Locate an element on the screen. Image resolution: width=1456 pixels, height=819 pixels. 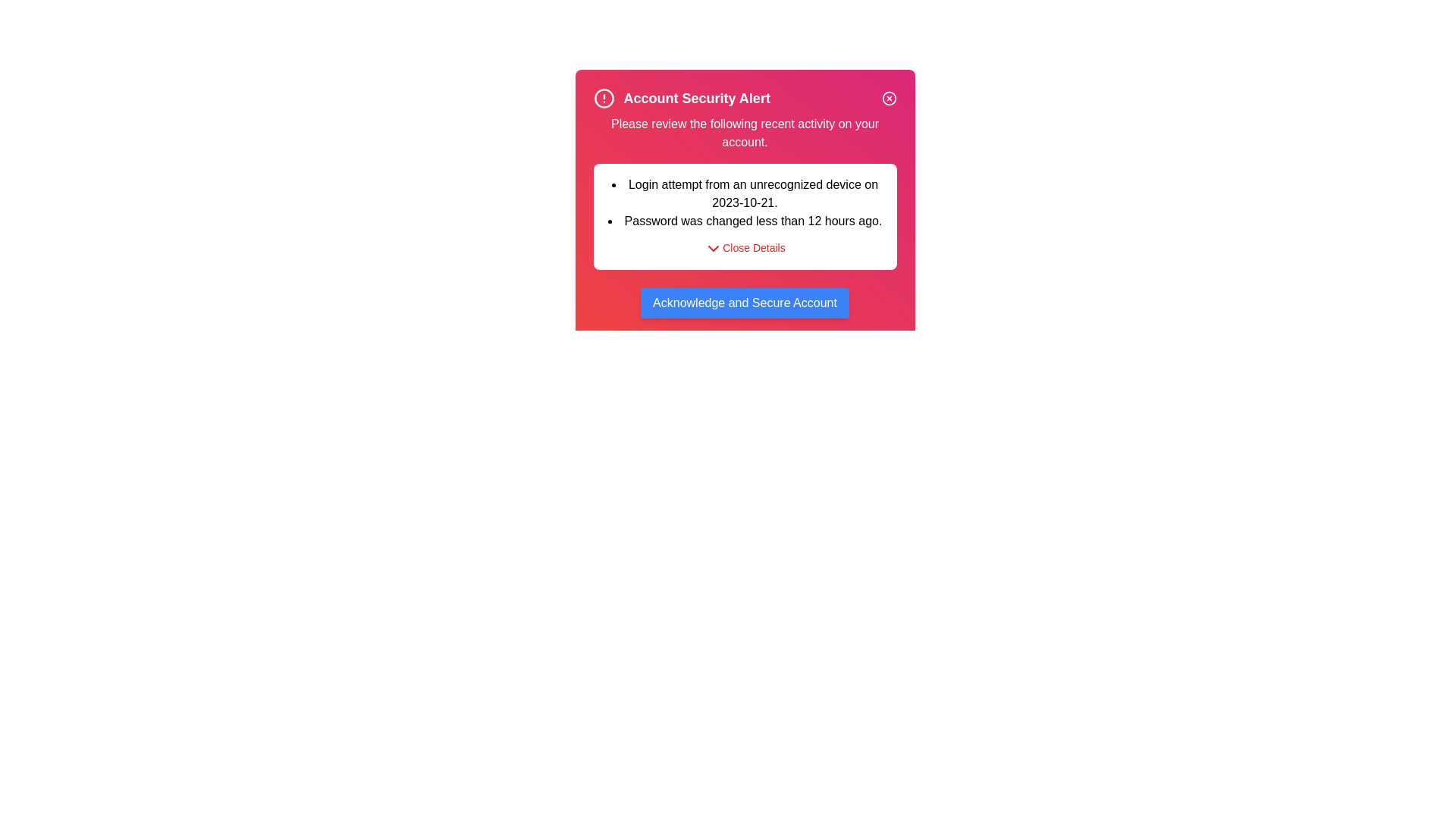
the alert icon located left of the text 'Account Security Alert' at the top of the notification box is located at coordinates (603, 99).